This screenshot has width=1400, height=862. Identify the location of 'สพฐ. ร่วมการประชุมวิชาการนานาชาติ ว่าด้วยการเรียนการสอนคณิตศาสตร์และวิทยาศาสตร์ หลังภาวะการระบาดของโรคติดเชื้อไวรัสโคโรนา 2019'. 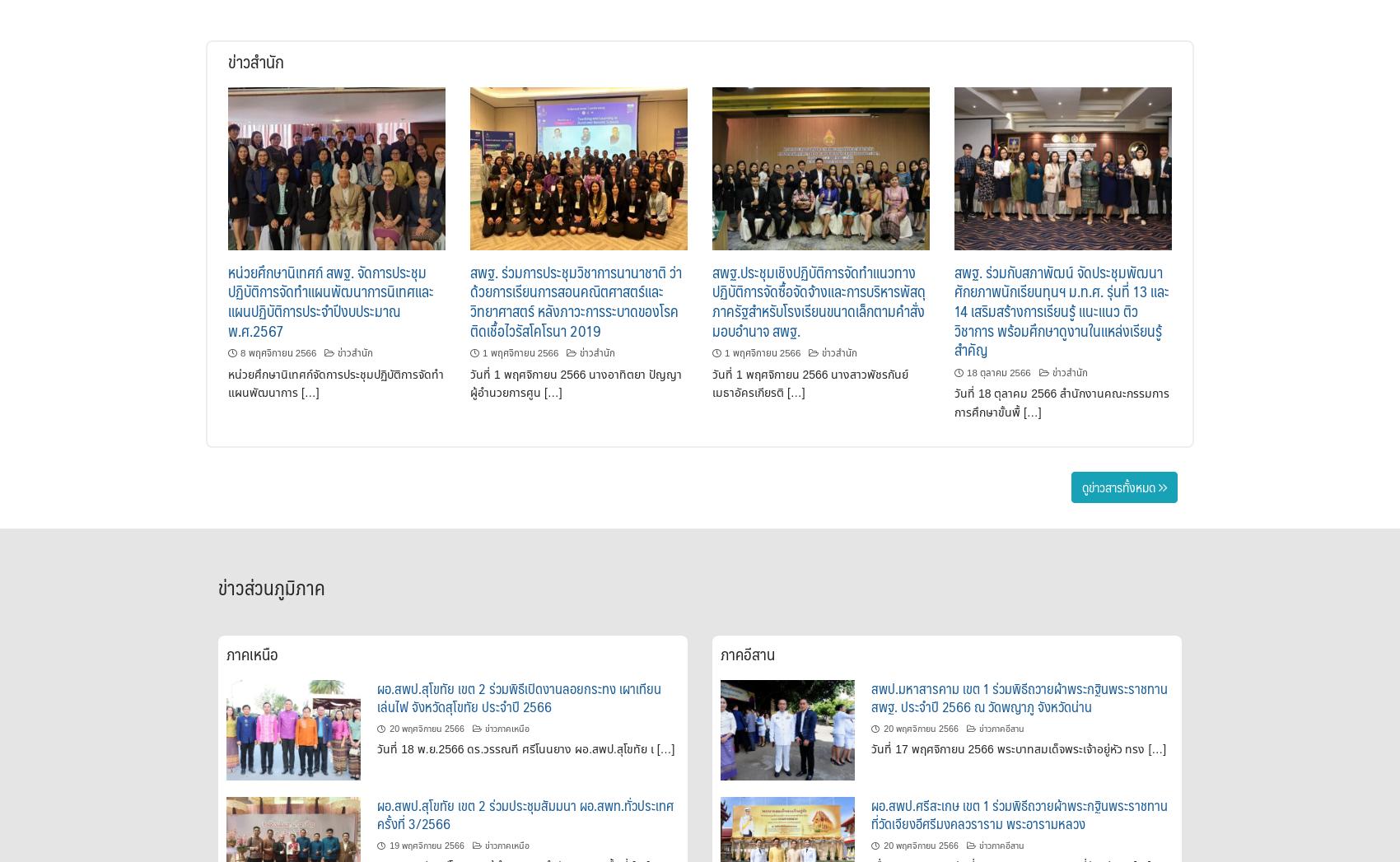
(576, 300).